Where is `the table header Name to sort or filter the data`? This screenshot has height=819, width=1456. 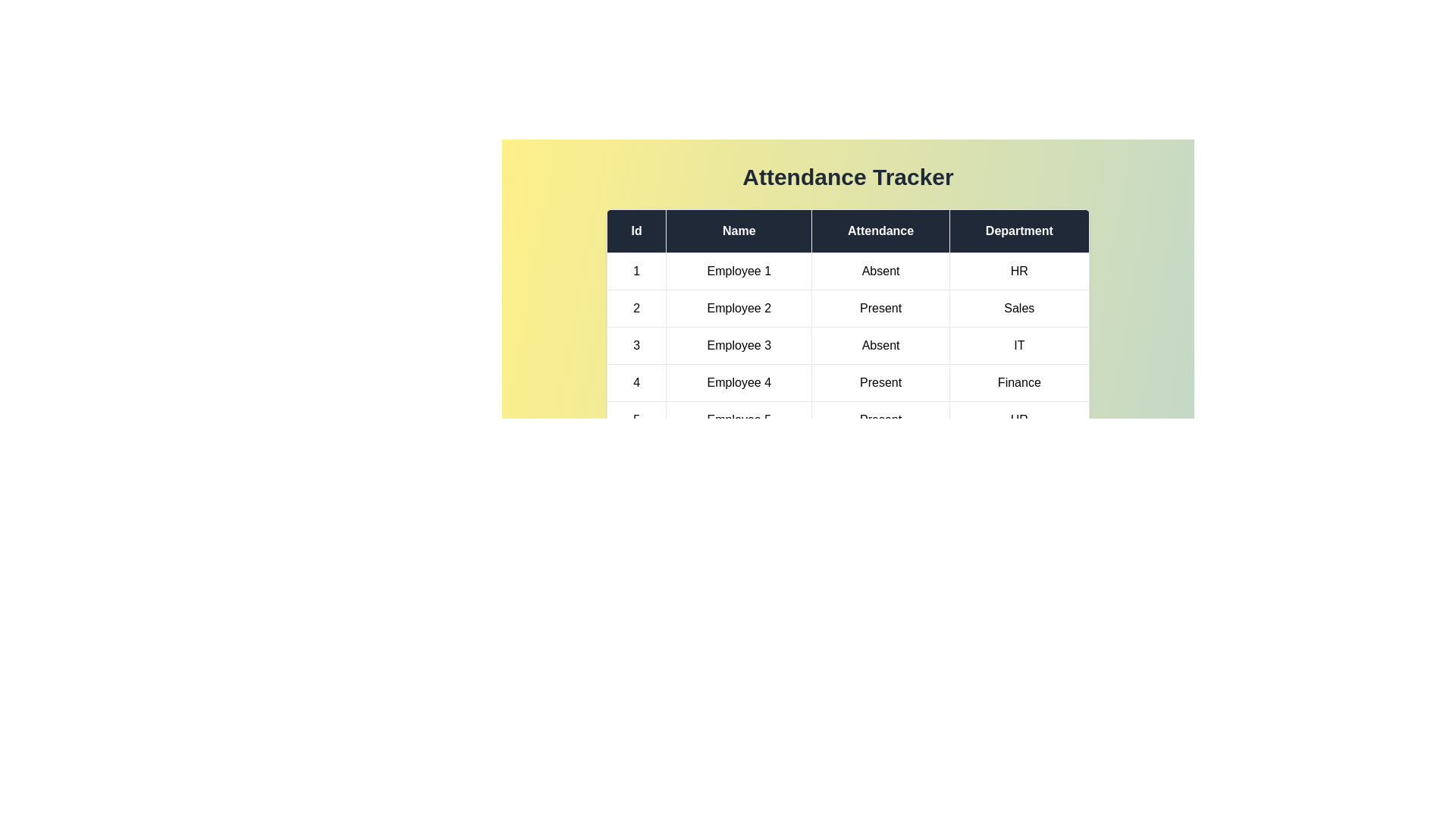 the table header Name to sort or filter the data is located at coordinates (739, 231).